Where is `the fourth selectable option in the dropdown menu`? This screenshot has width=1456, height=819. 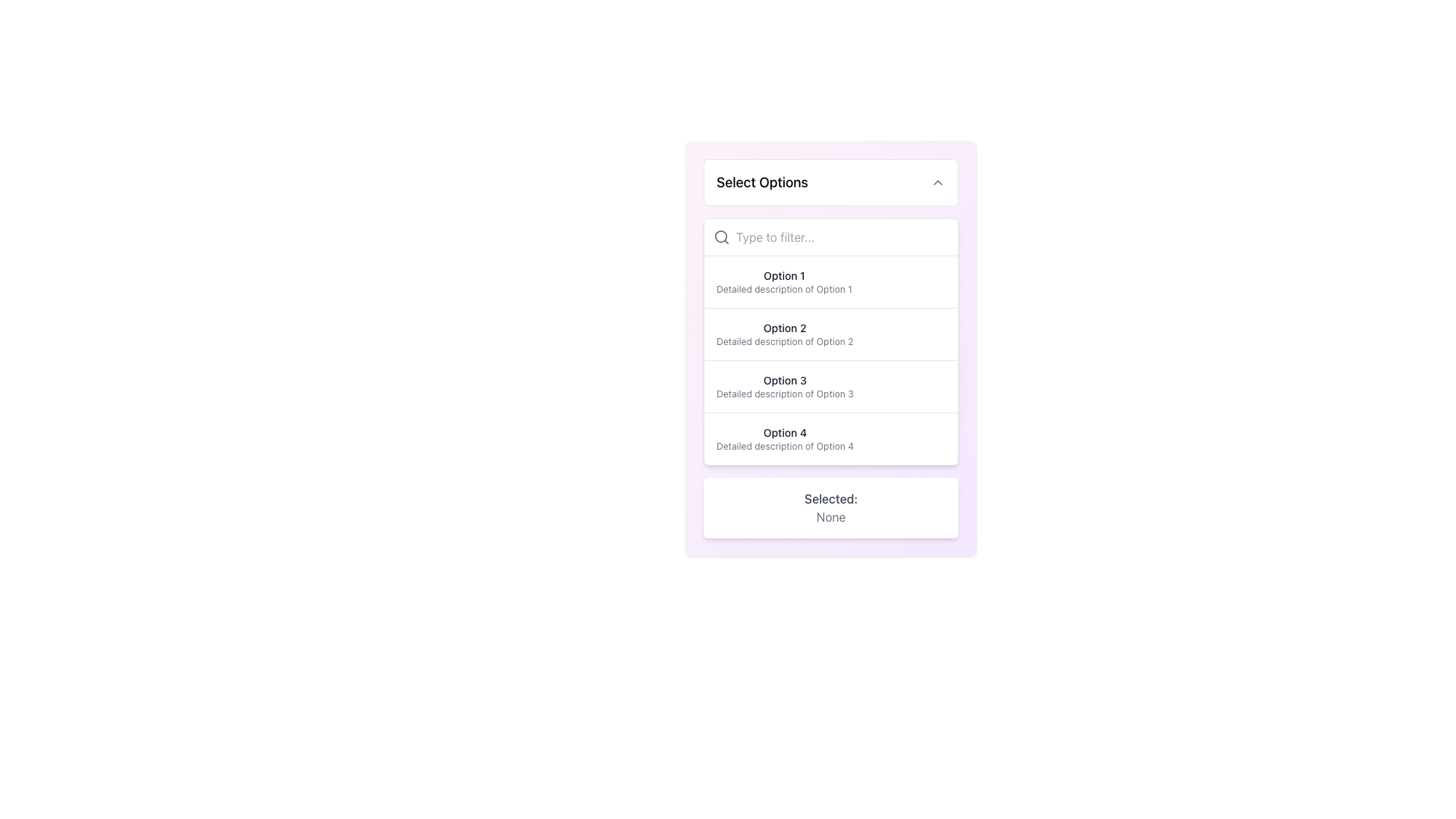 the fourth selectable option in the dropdown menu is located at coordinates (785, 438).